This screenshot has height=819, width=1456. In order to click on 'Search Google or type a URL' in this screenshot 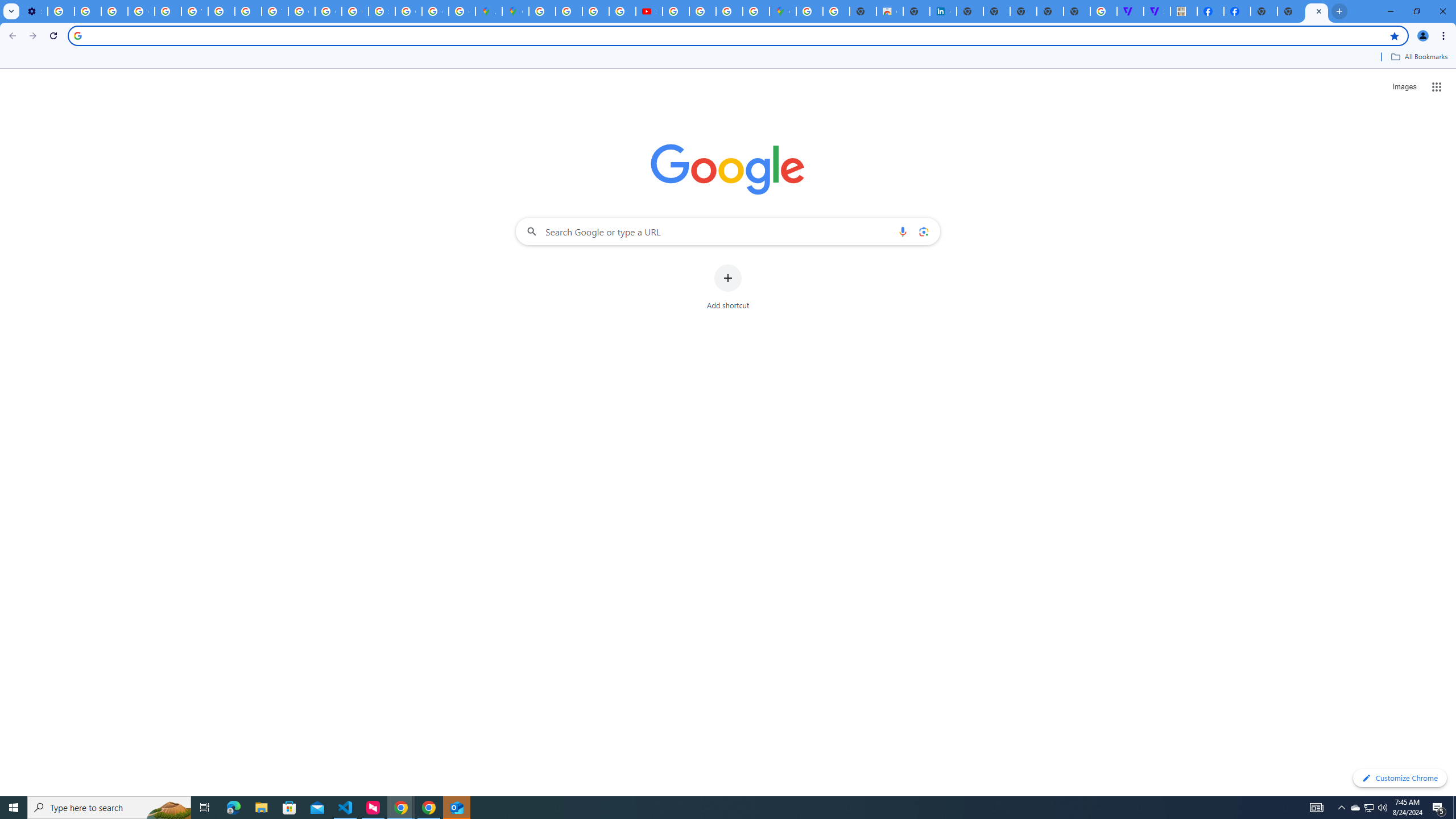, I will do `click(728, 230)`.